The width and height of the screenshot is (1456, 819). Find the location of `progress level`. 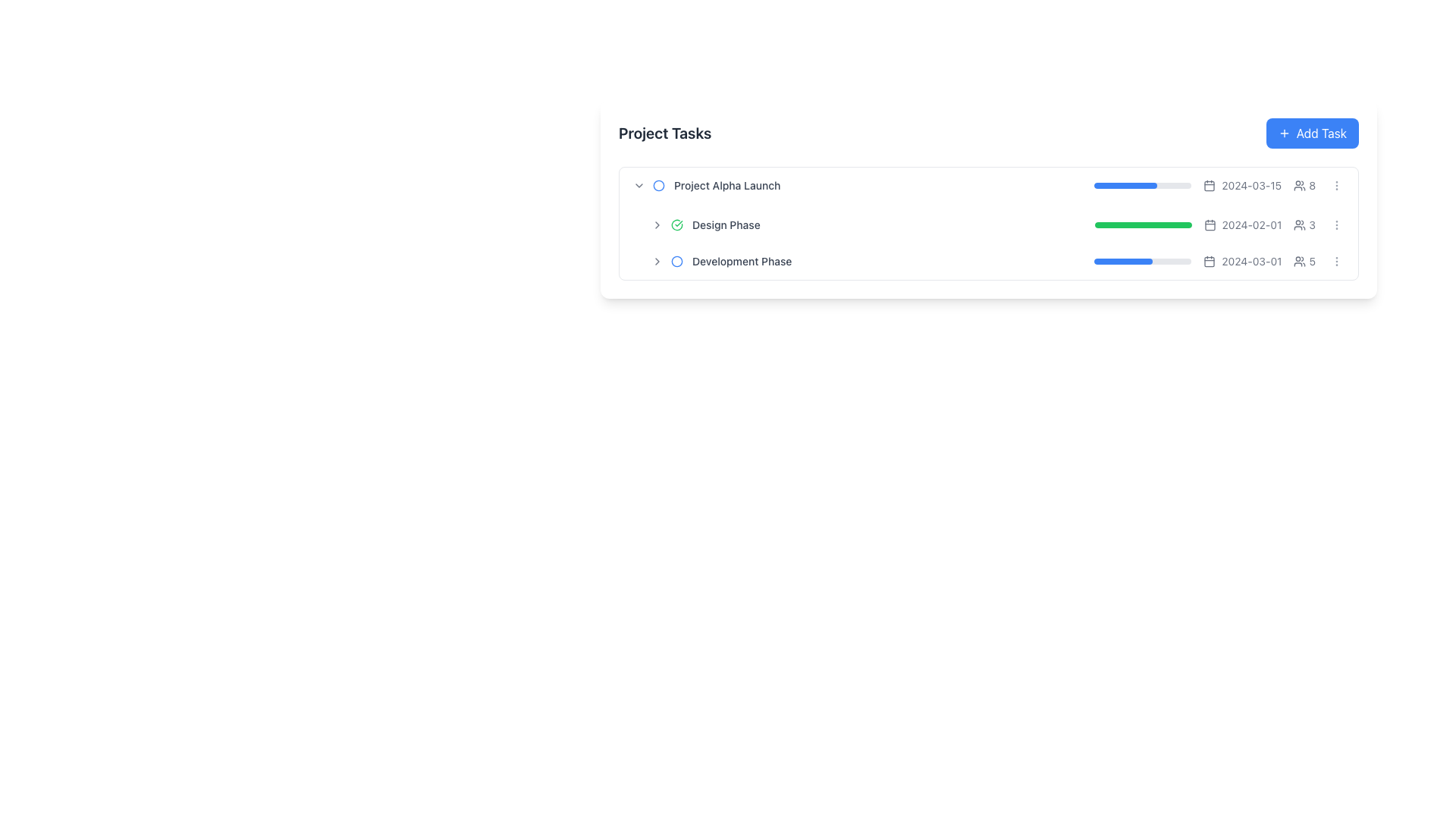

progress level is located at coordinates (1177, 225).